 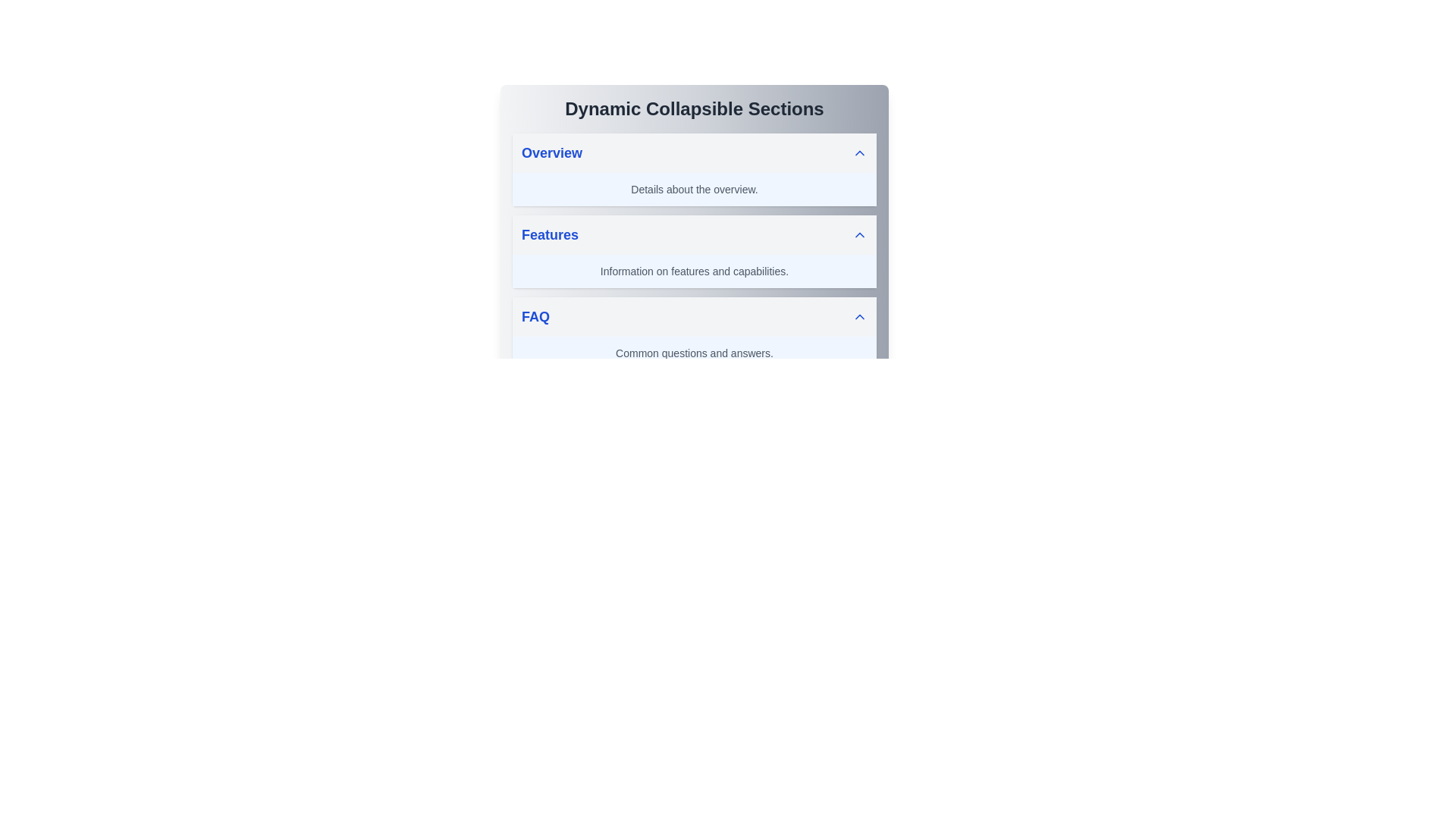 What do you see at coordinates (551, 152) in the screenshot?
I see `the static text label displaying the word 'Overview' in a bold blue font, located on the left side of the top collapsible section header` at bounding box center [551, 152].